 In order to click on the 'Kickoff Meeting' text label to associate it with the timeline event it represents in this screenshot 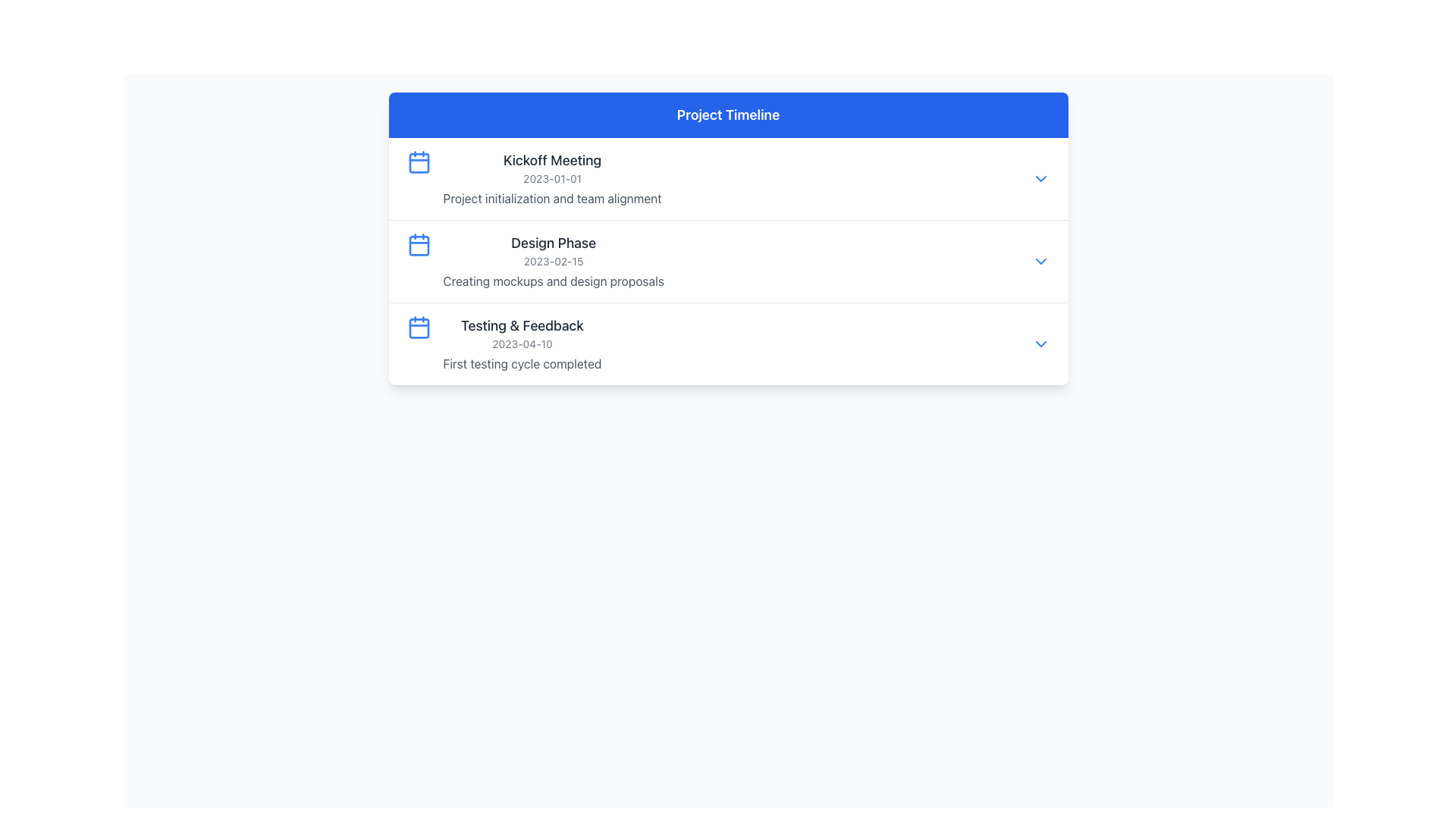, I will do `click(551, 161)`.